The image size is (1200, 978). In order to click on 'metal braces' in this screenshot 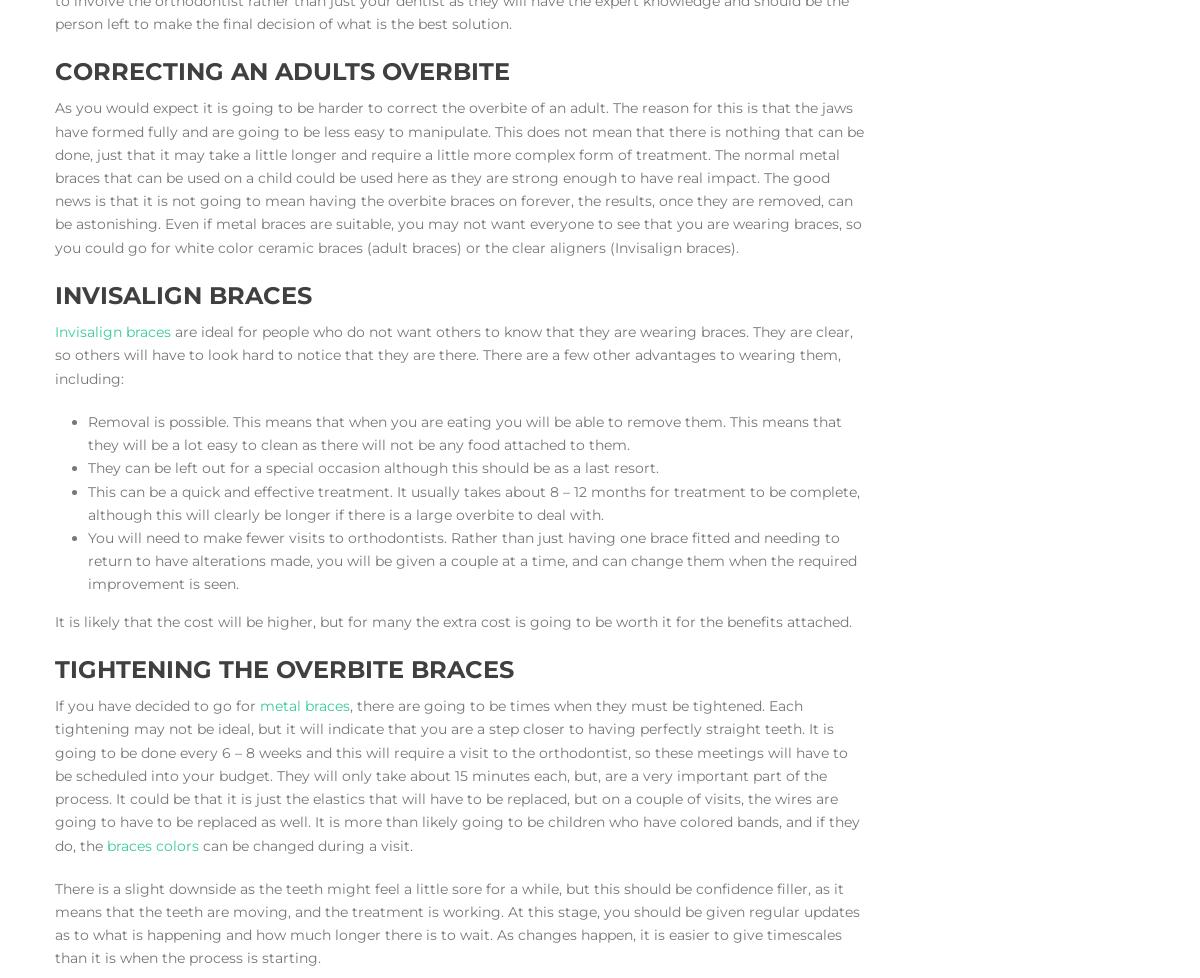, I will do `click(305, 706)`.